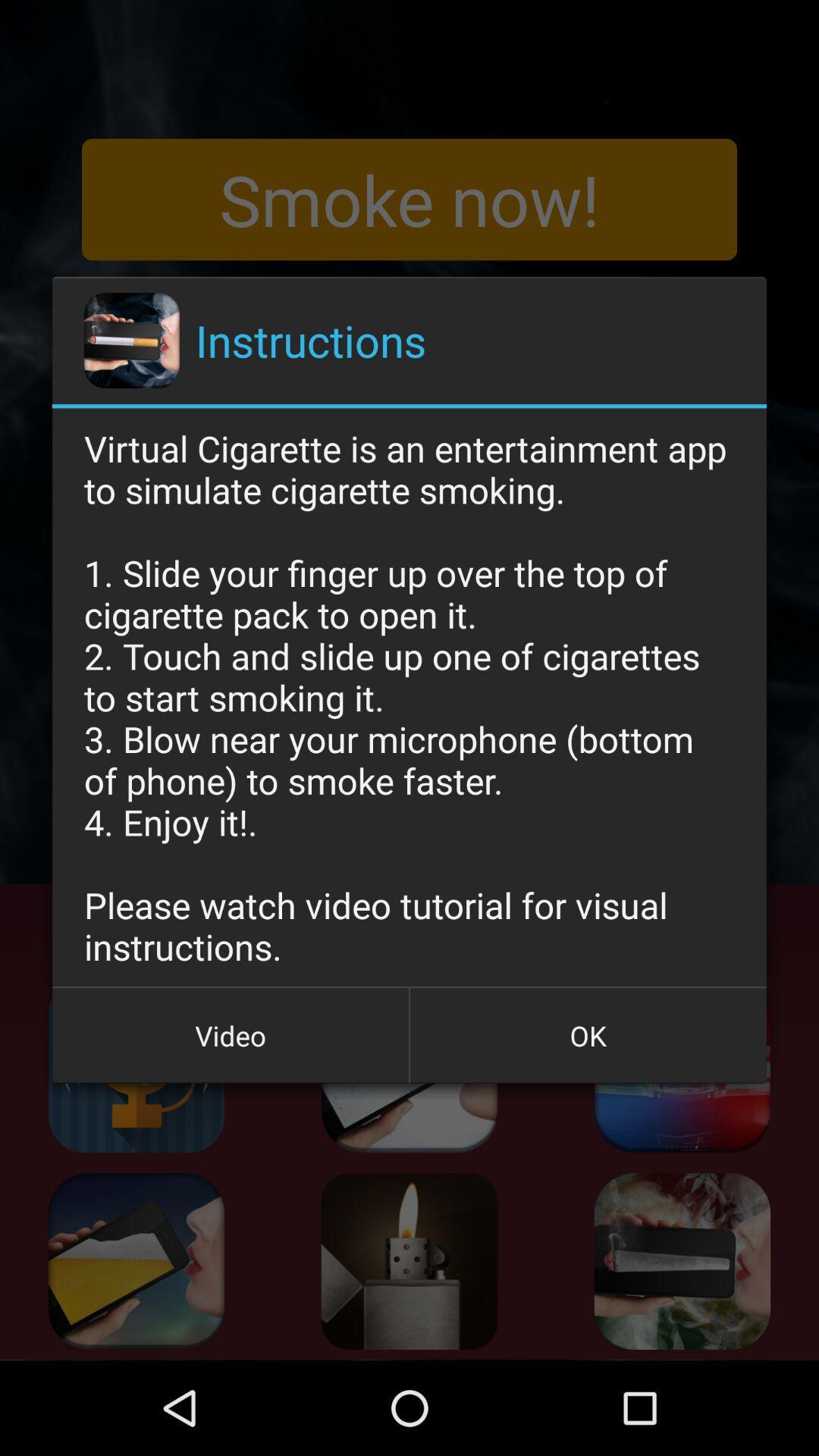 The height and width of the screenshot is (1456, 819). What do you see at coordinates (587, 1034) in the screenshot?
I see `the button next to video icon` at bounding box center [587, 1034].